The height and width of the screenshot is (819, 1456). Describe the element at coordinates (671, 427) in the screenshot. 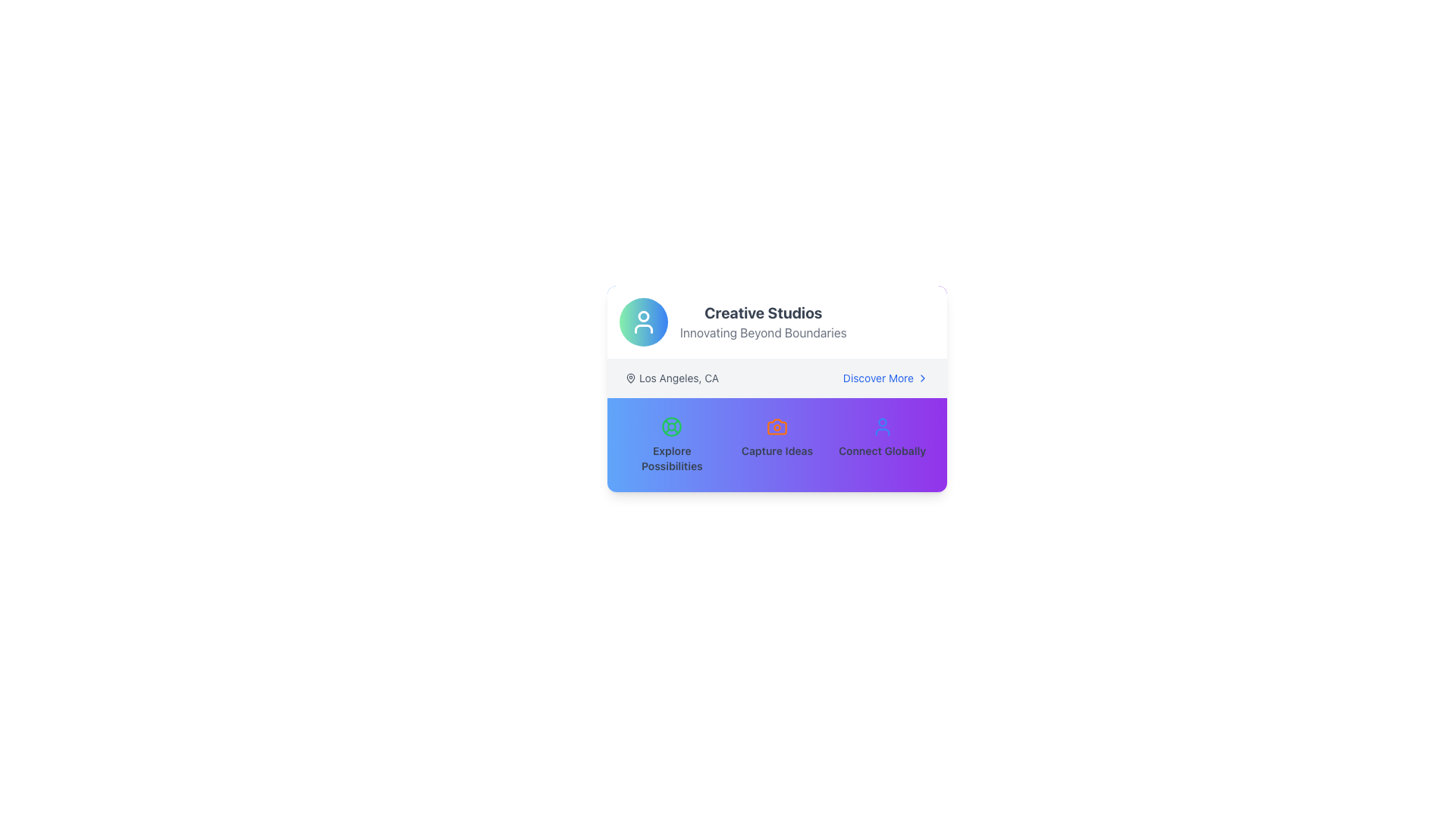

I see `the icon representing the 'Explore Possibilities' option` at that location.